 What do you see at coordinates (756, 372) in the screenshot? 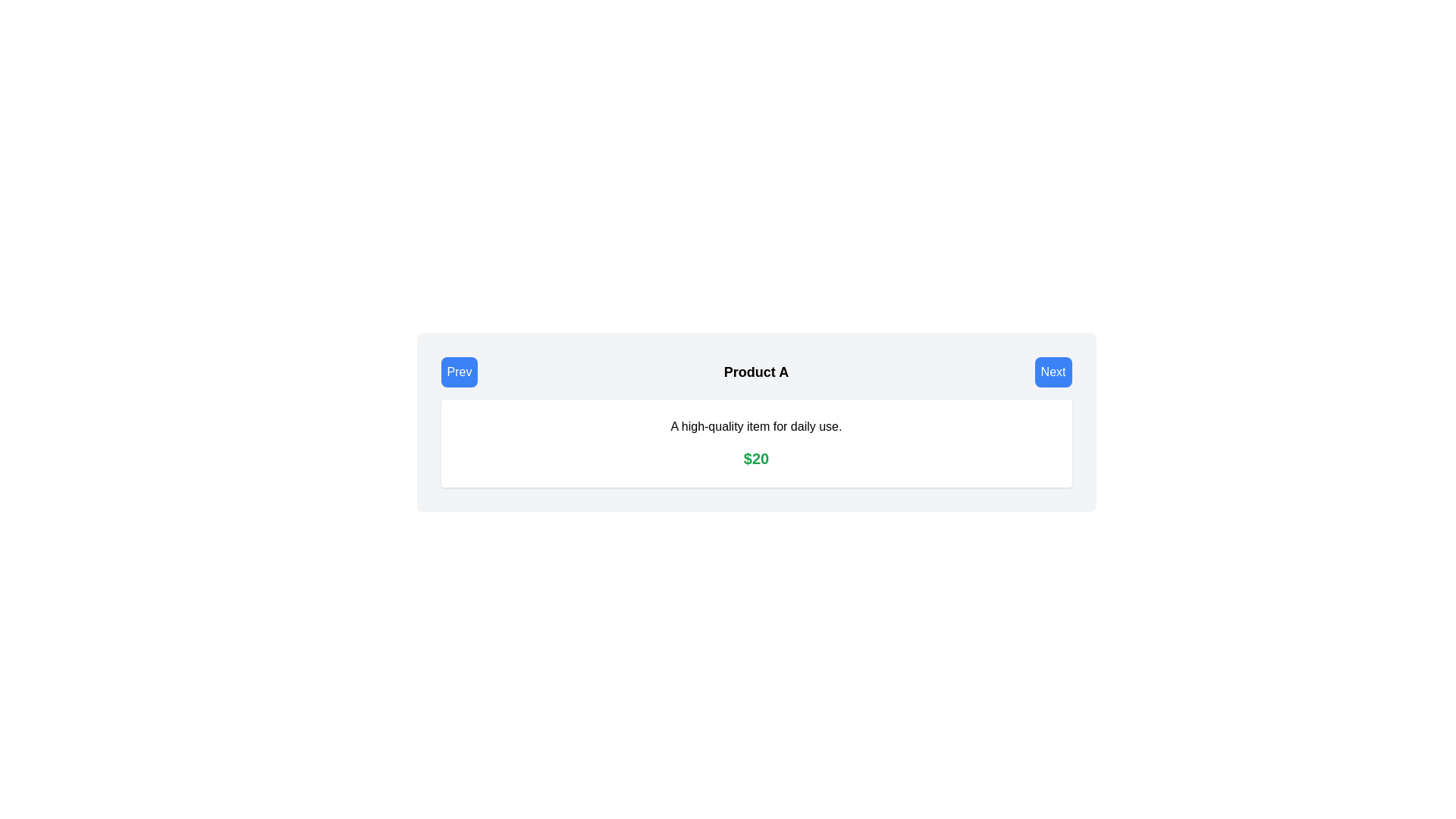
I see `the text element displaying 'Product A', which is the title or identifier of the current item in focus within the navigation system` at bounding box center [756, 372].